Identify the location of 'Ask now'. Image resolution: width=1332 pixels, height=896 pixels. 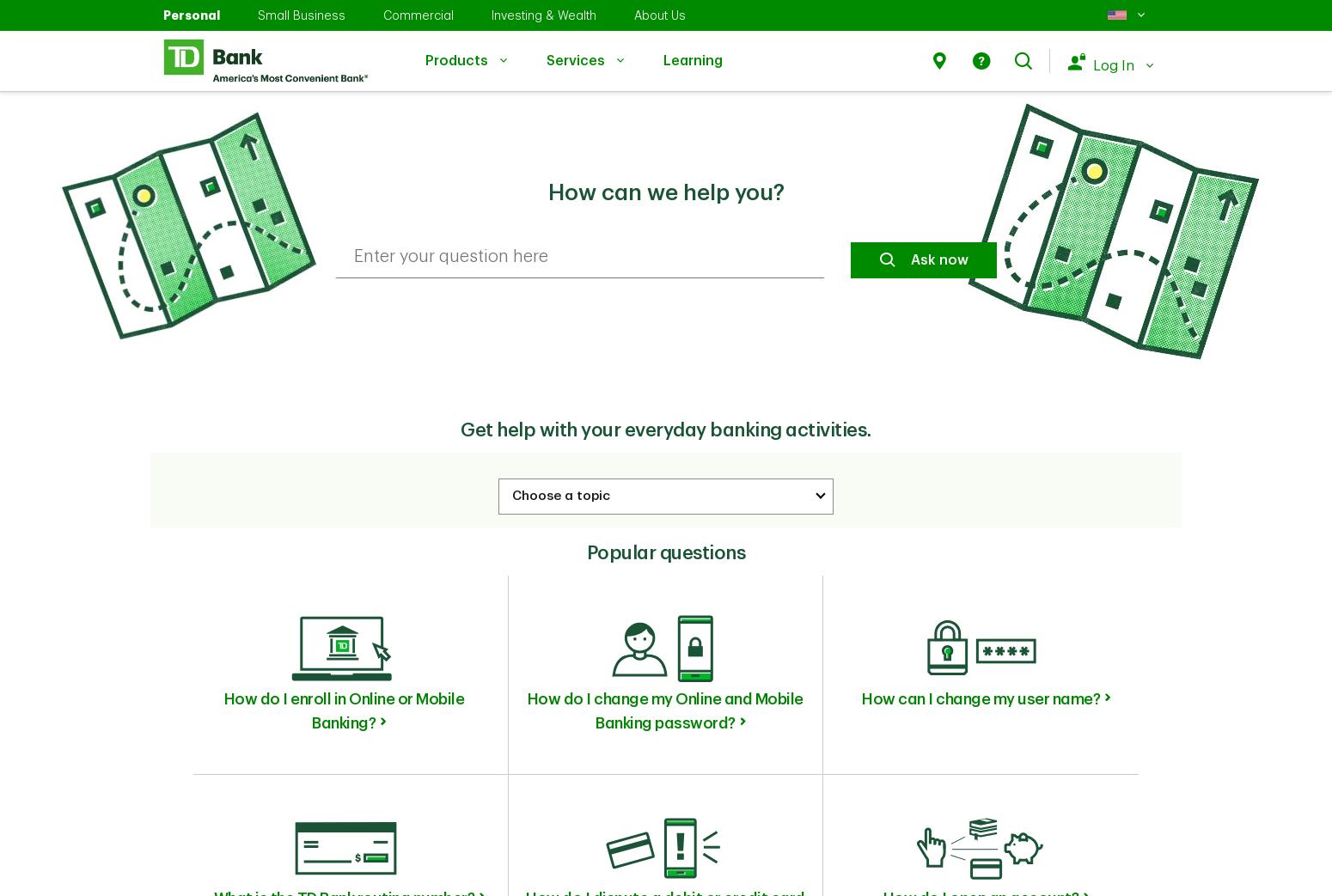
(938, 259).